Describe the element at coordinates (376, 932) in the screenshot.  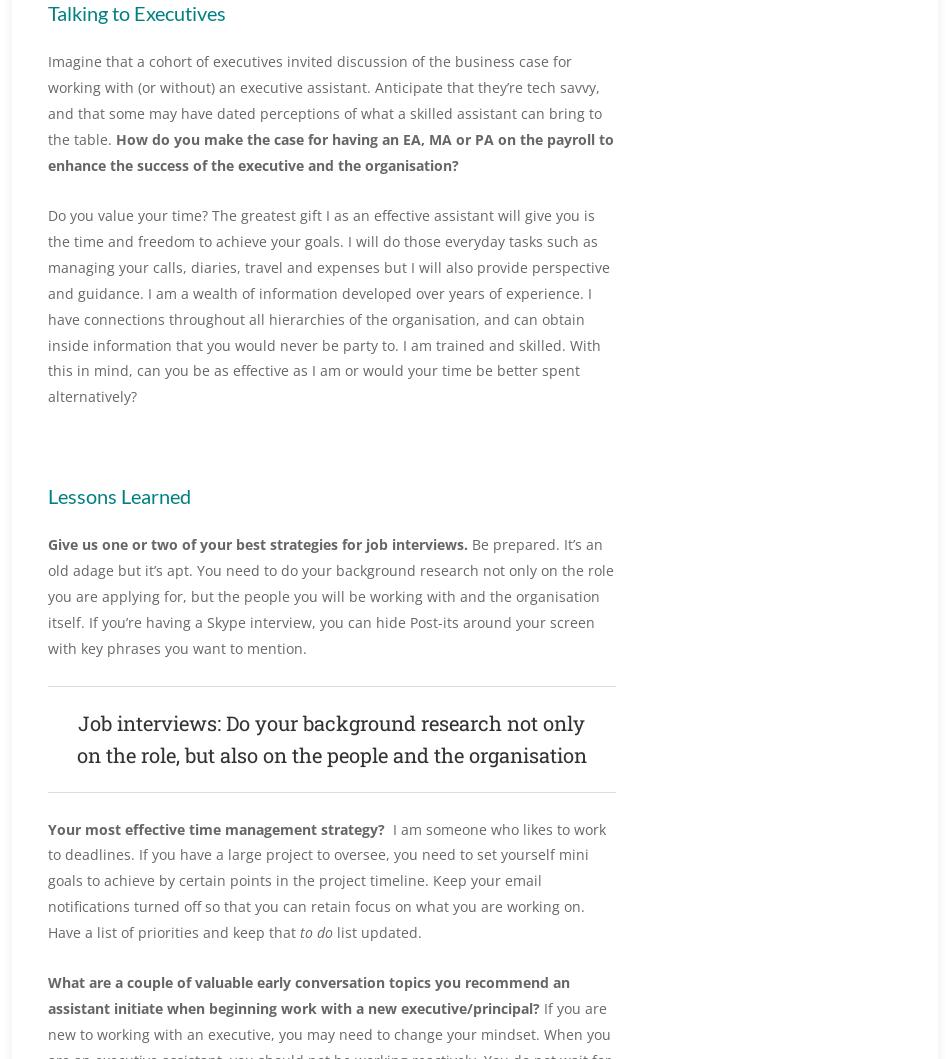
I see `'list updated.'` at that location.